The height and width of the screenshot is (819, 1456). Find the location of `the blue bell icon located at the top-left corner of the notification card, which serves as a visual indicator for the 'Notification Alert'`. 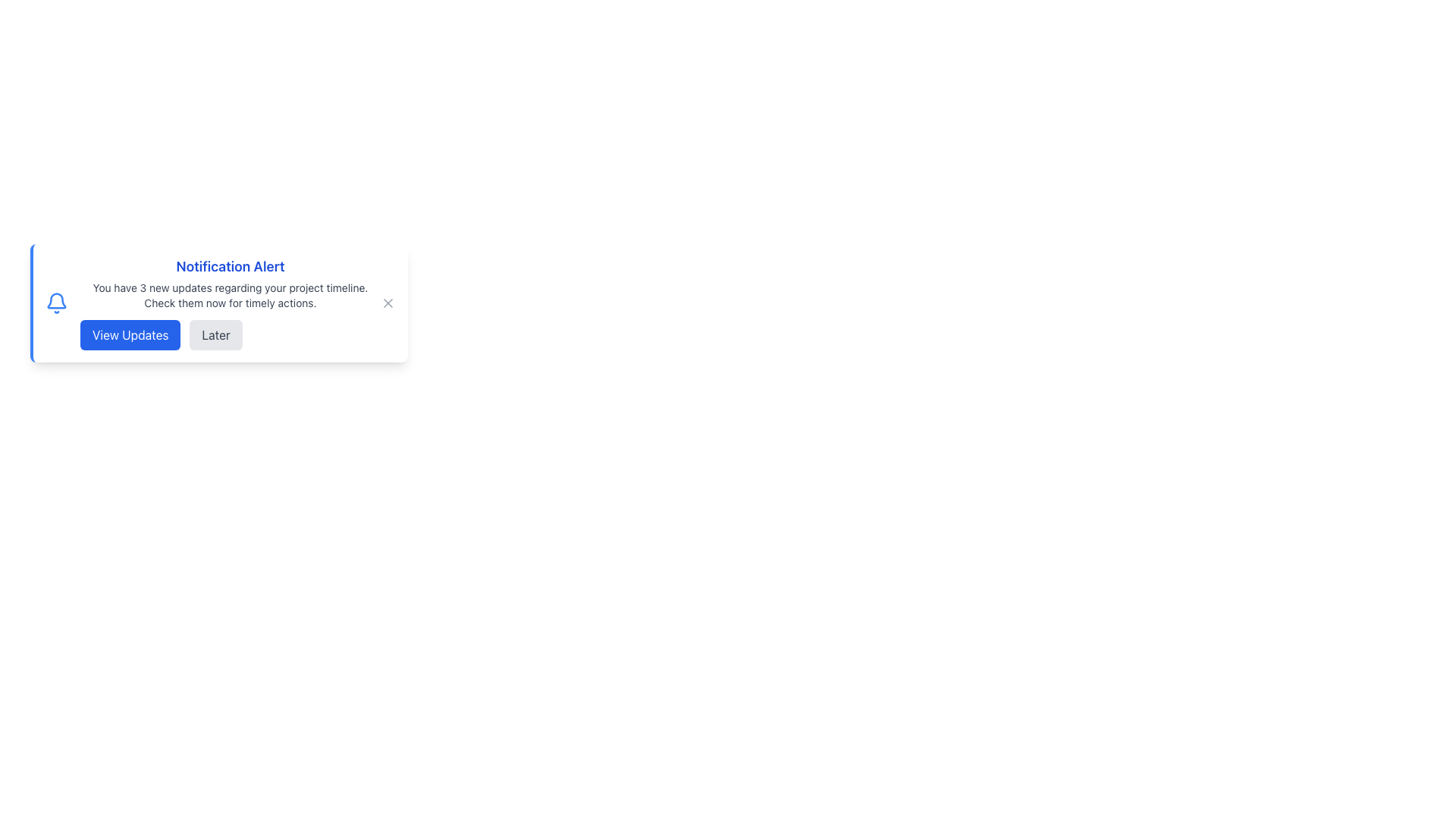

the blue bell icon located at the top-left corner of the notification card, which serves as a visual indicator for the 'Notification Alert' is located at coordinates (57, 303).